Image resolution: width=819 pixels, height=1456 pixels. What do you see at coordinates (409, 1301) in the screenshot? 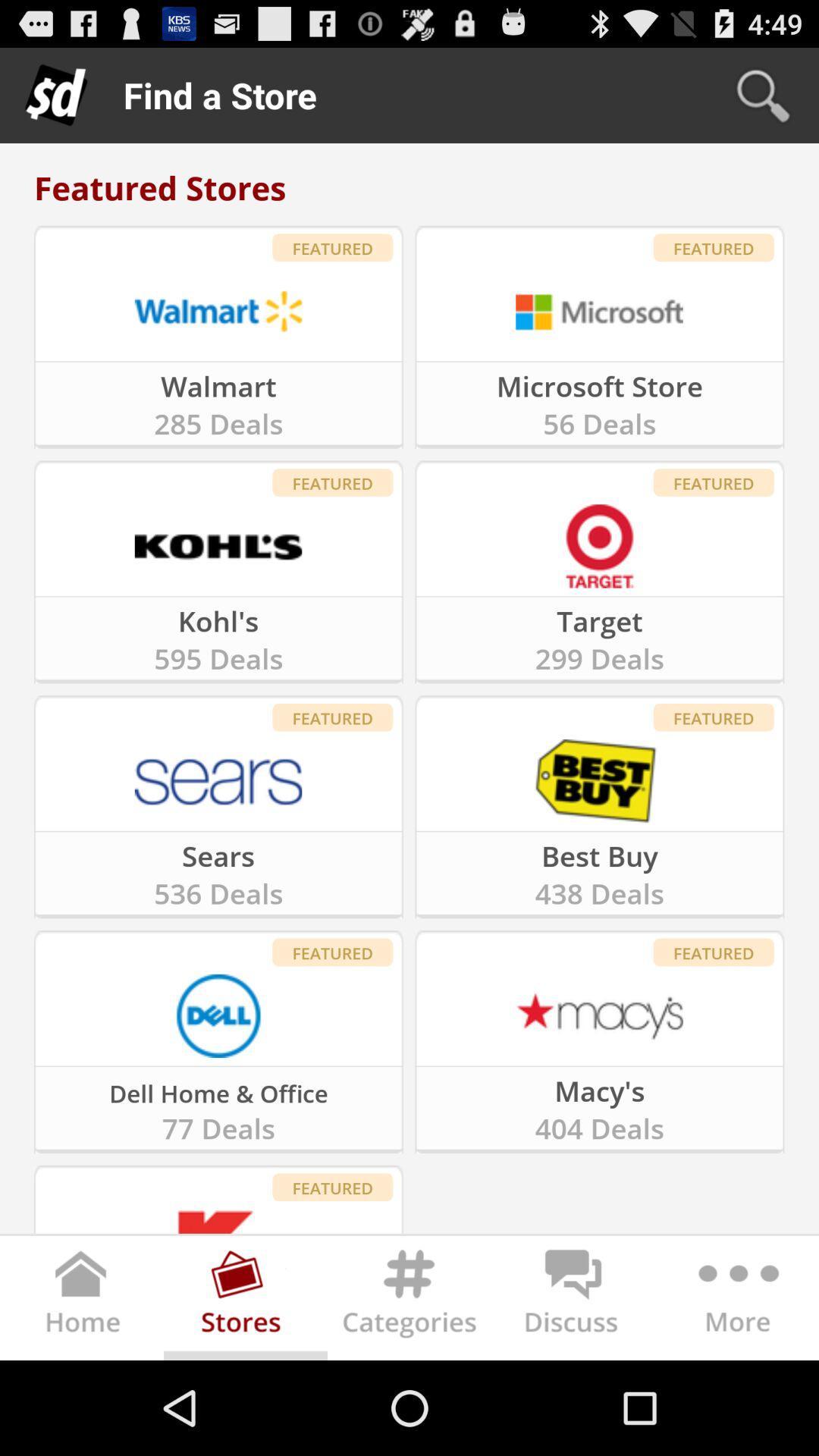
I see `categories` at bounding box center [409, 1301].